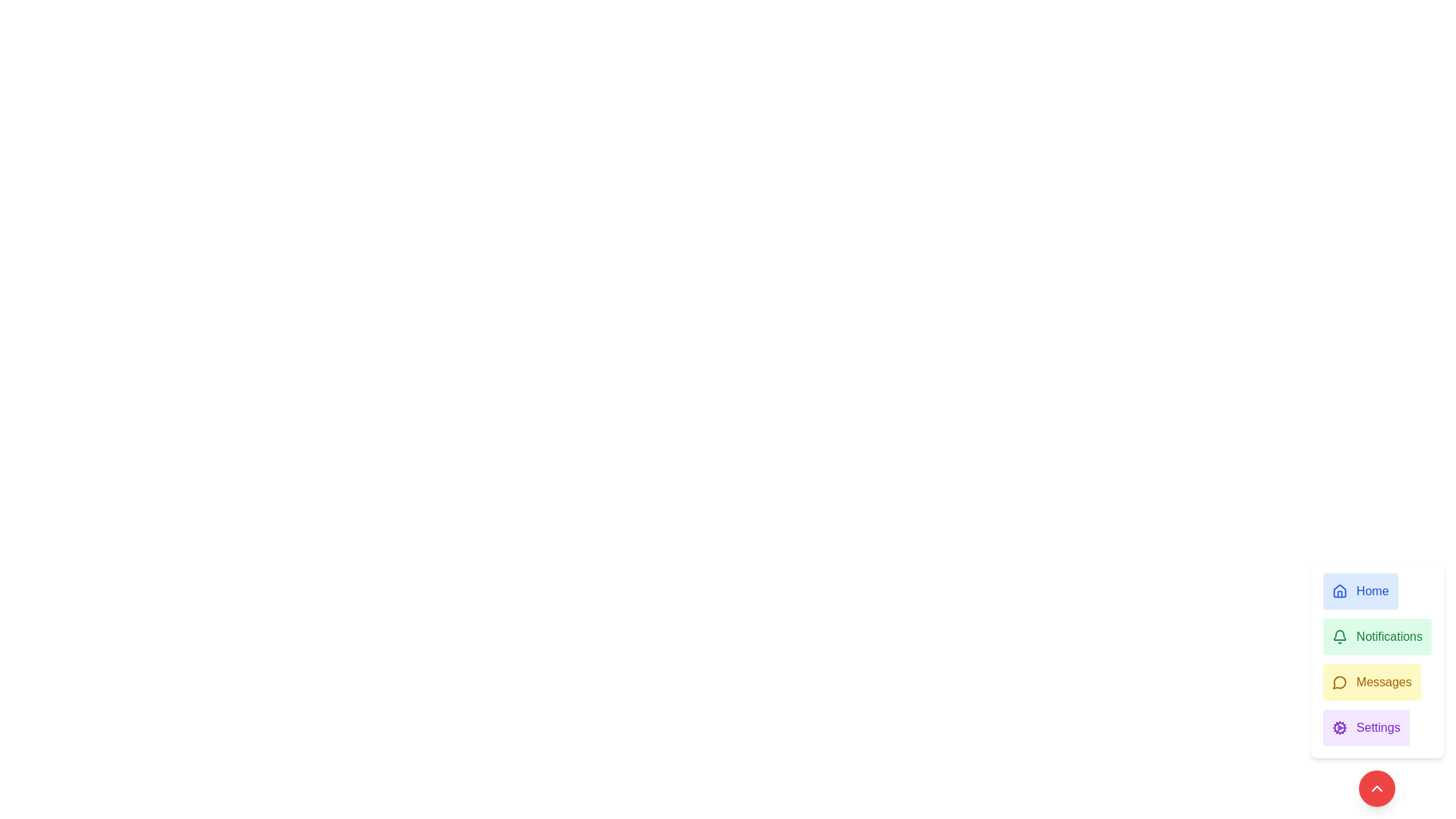  Describe the element at coordinates (1377, 659) in the screenshot. I see `the Menu Bar, which is a rectangular section with a white background and contains buttons labeled 'Home', 'Notifications', 'Messages', and 'Settings'` at that location.